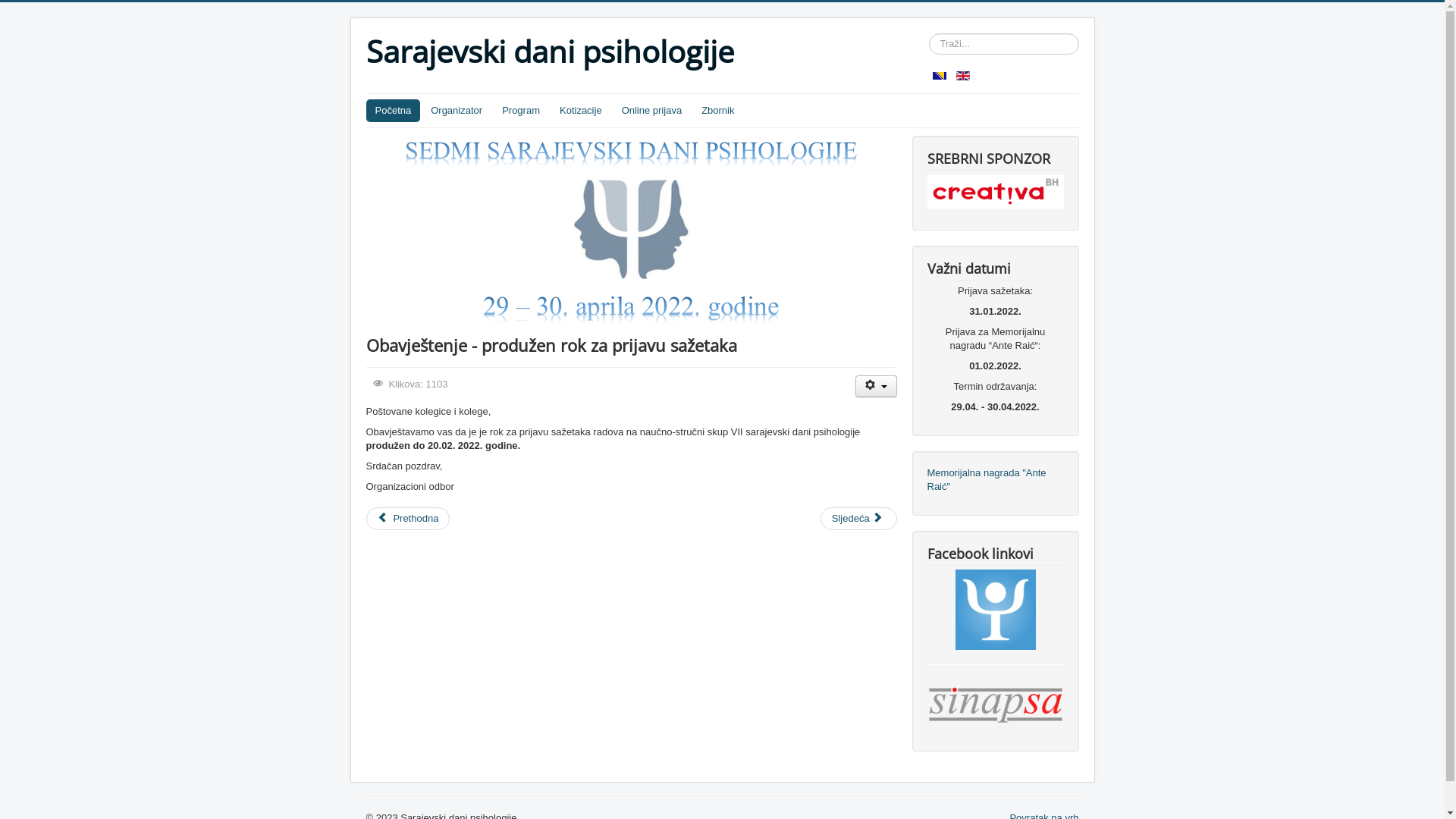 This screenshot has width=1456, height=819. What do you see at coordinates (994, 190) in the screenshot?
I see `'CREATIVA'` at bounding box center [994, 190].